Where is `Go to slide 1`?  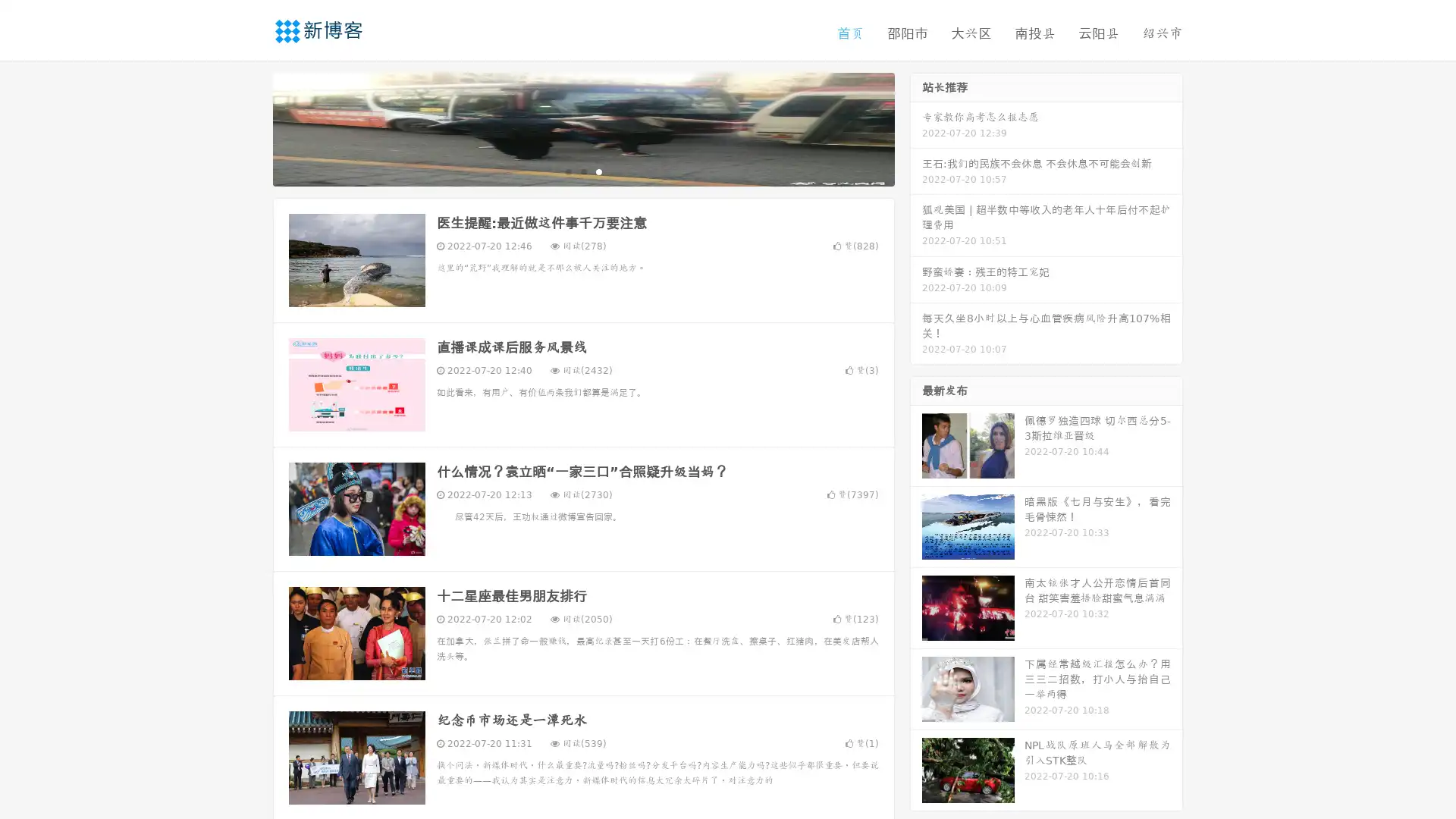 Go to slide 1 is located at coordinates (567, 171).